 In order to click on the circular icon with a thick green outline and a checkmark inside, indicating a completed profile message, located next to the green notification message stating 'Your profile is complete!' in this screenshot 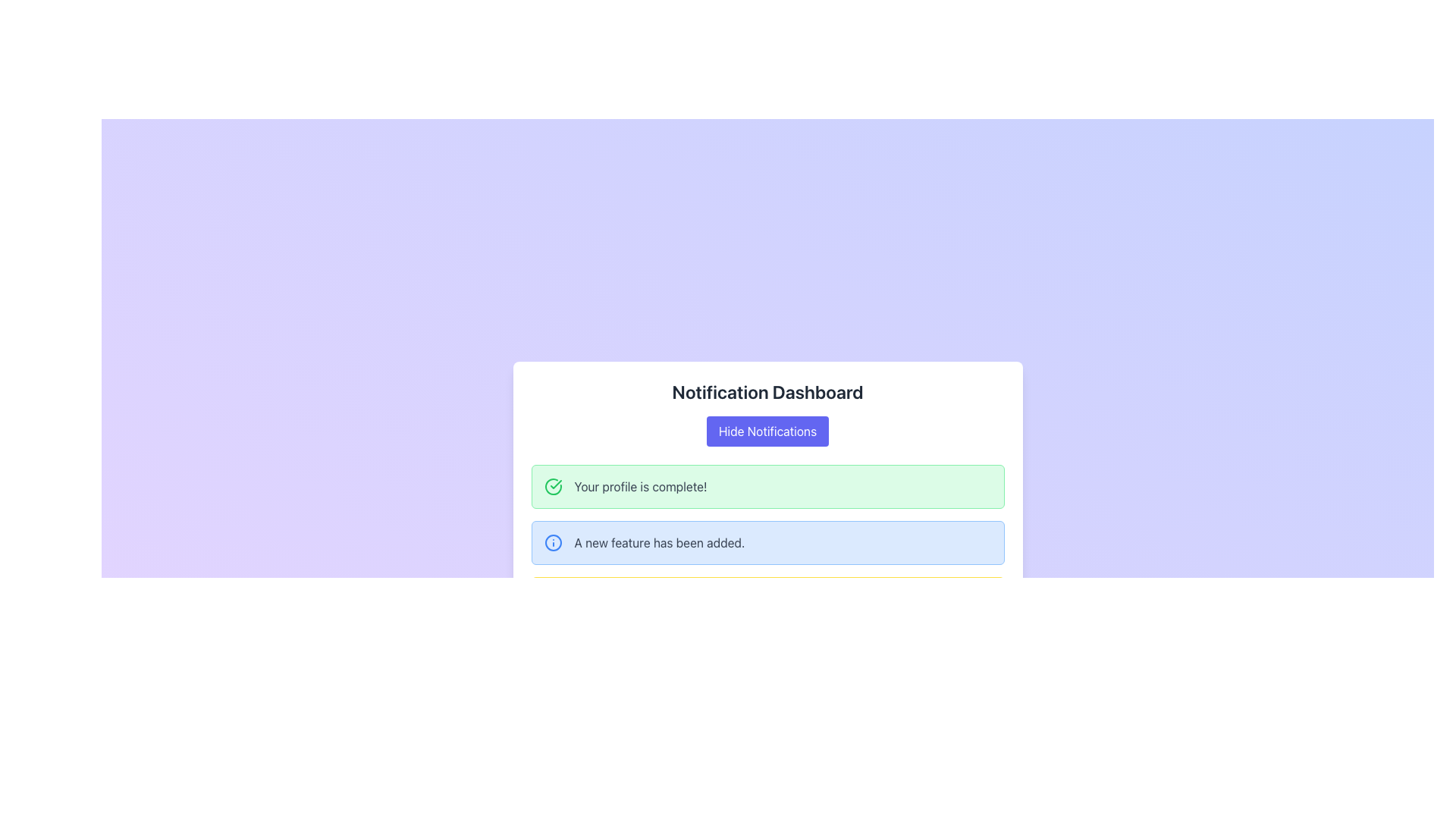, I will do `click(552, 486)`.